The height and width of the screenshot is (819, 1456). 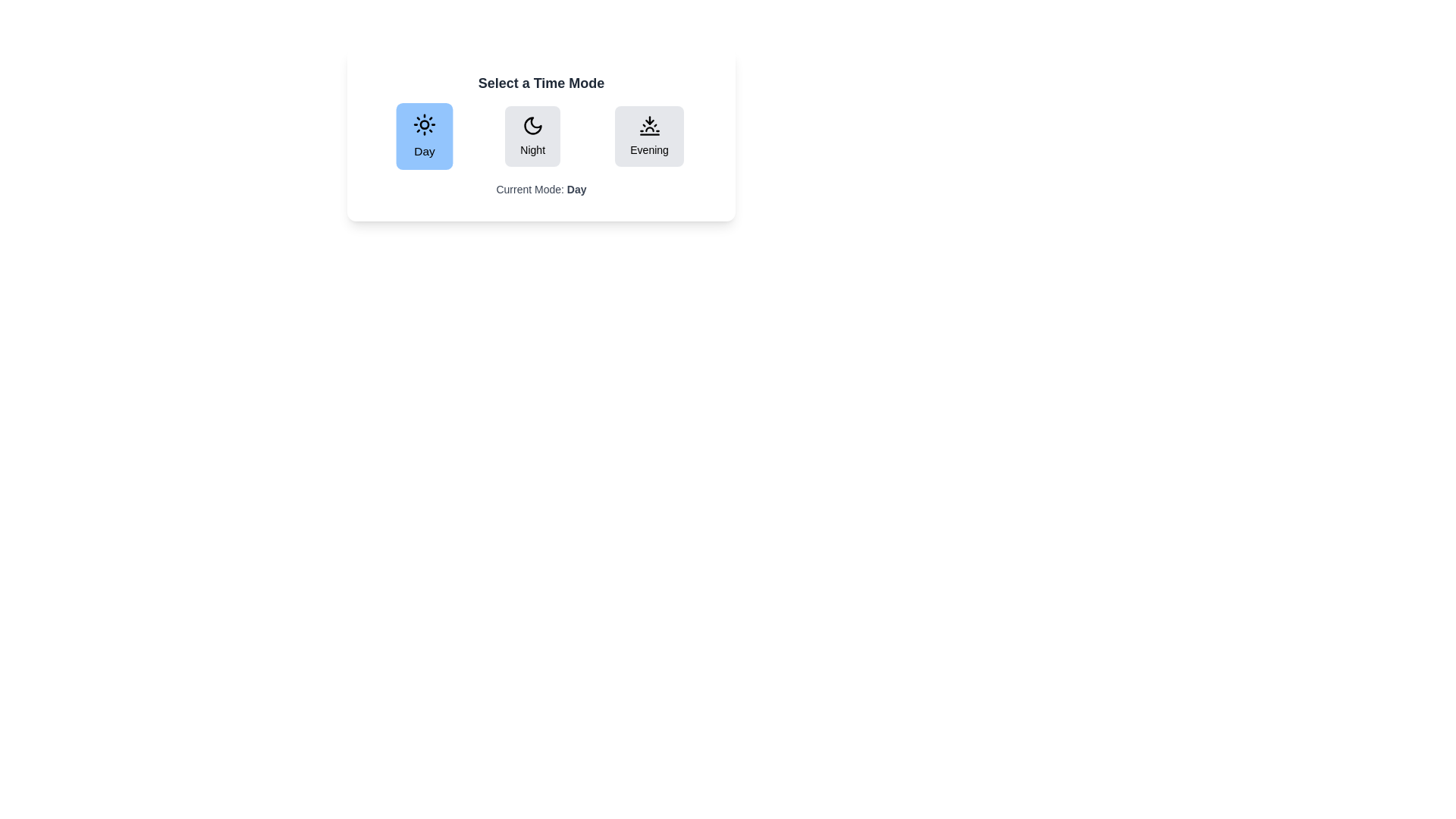 What do you see at coordinates (532, 136) in the screenshot?
I see `the button corresponding to the mode Night` at bounding box center [532, 136].